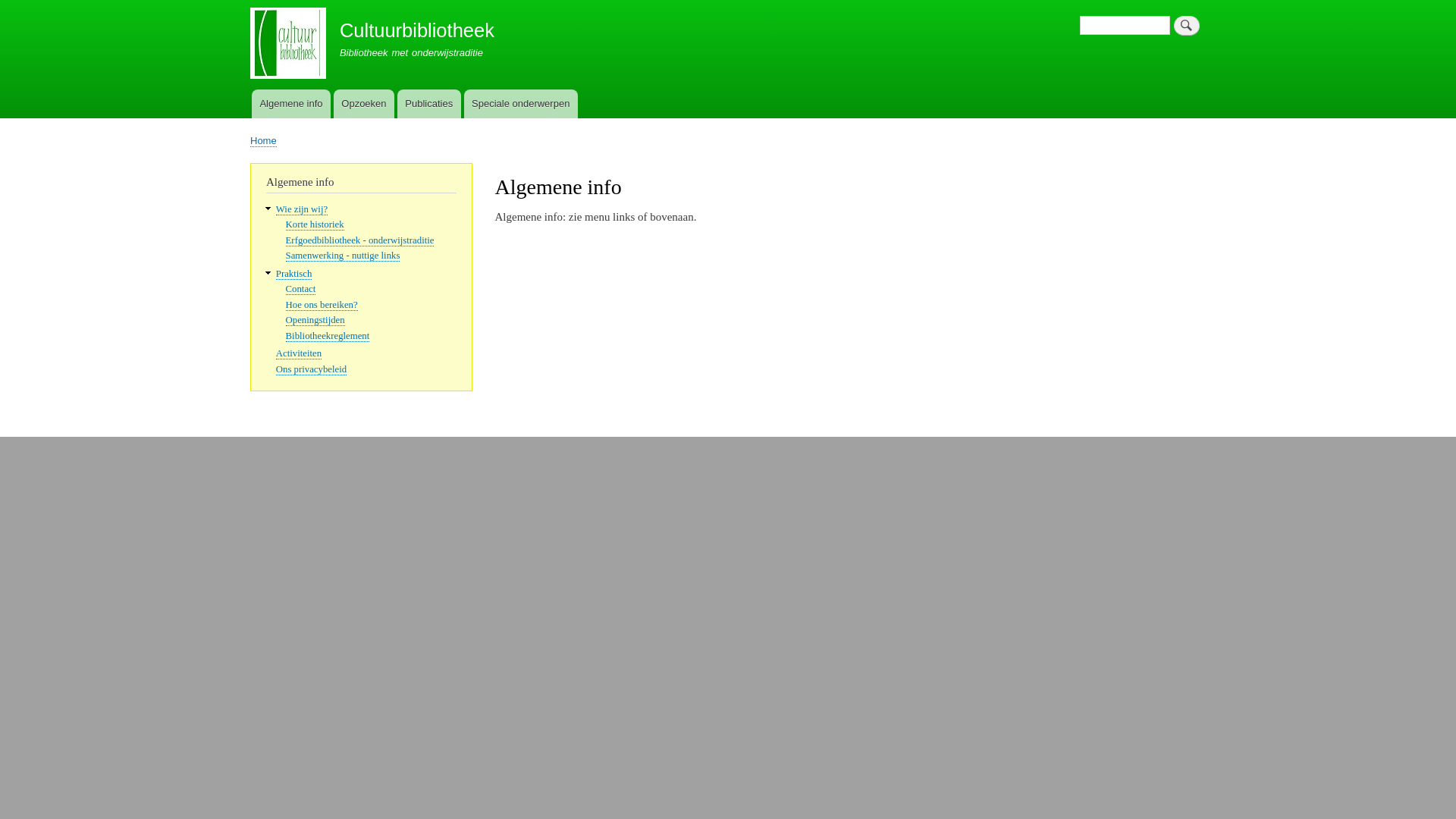 This screenshot has width=1456, height=819. What do you see at coordinates (342, 255) in the screenshot?
I see `'Samenwerking - nuttige links'` at bounding box center [342, 255].